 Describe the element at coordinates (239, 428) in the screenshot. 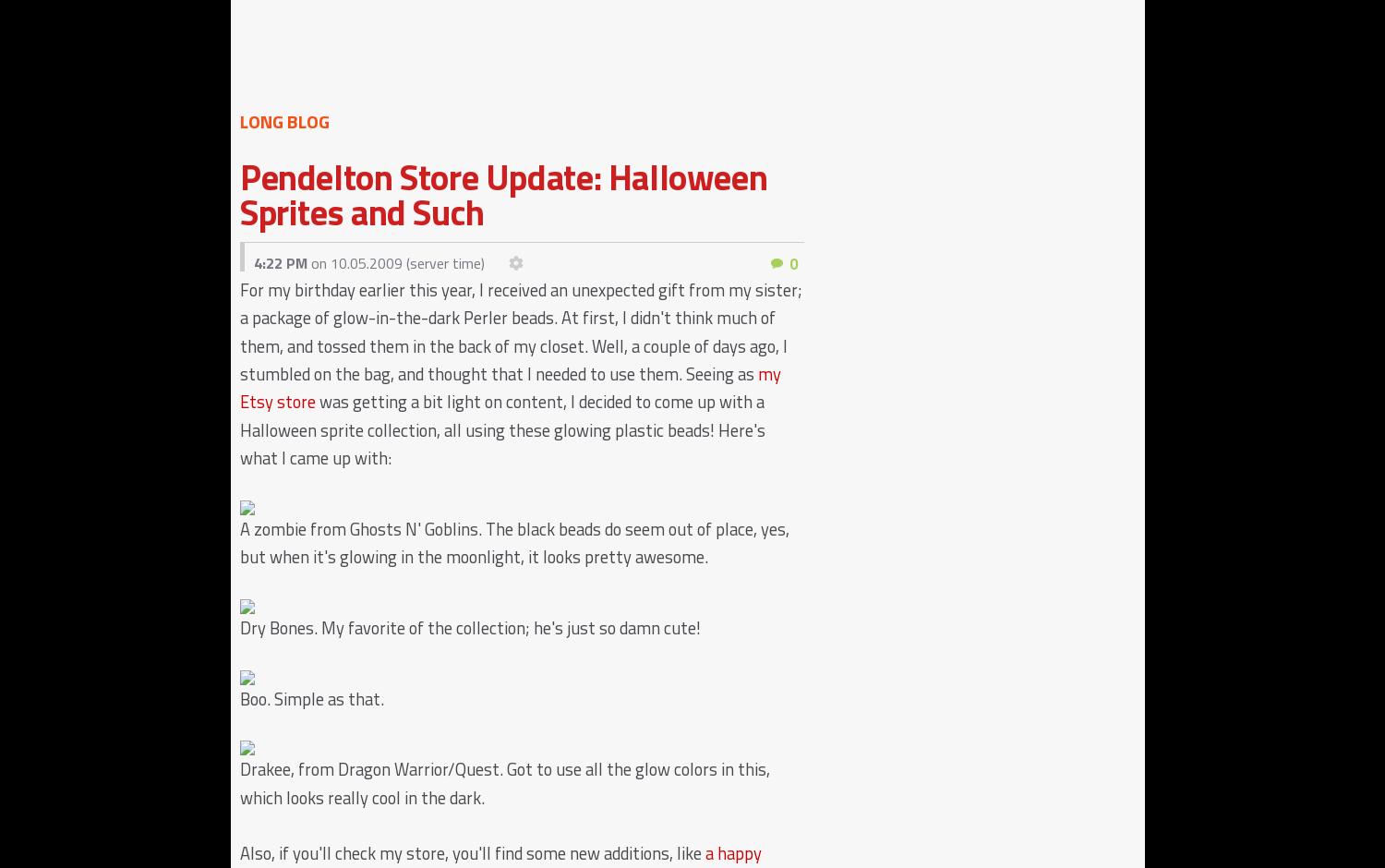

I see `'was getting a bit light on content, I decided to come up with a Halloween sprite collection, all using these glowing plastic beads! Here's what I came up with:'` at that location.